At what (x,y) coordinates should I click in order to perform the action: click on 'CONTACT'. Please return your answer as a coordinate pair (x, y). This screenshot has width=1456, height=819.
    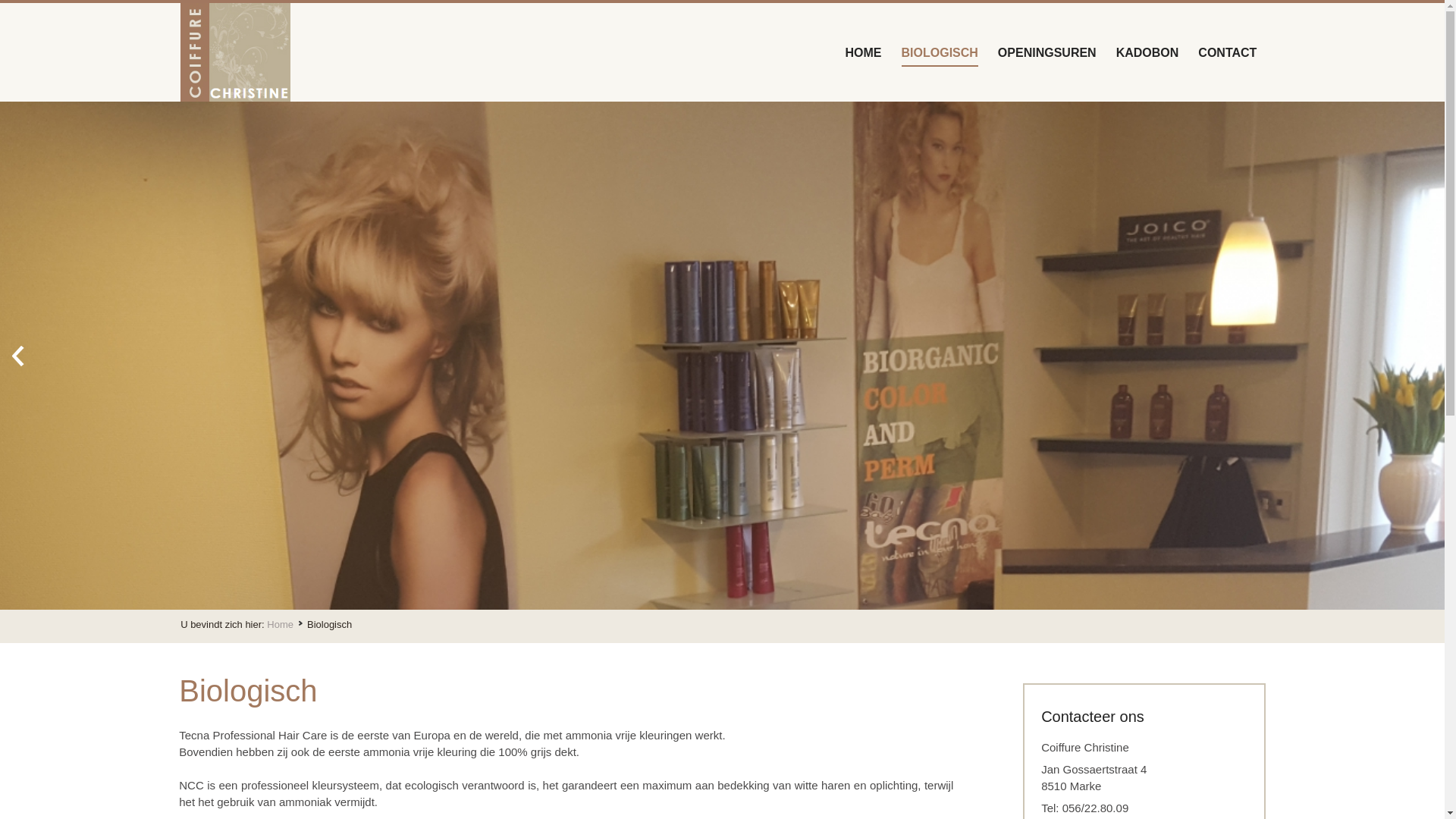
    Looking at the image, I should click on (1197, 51).